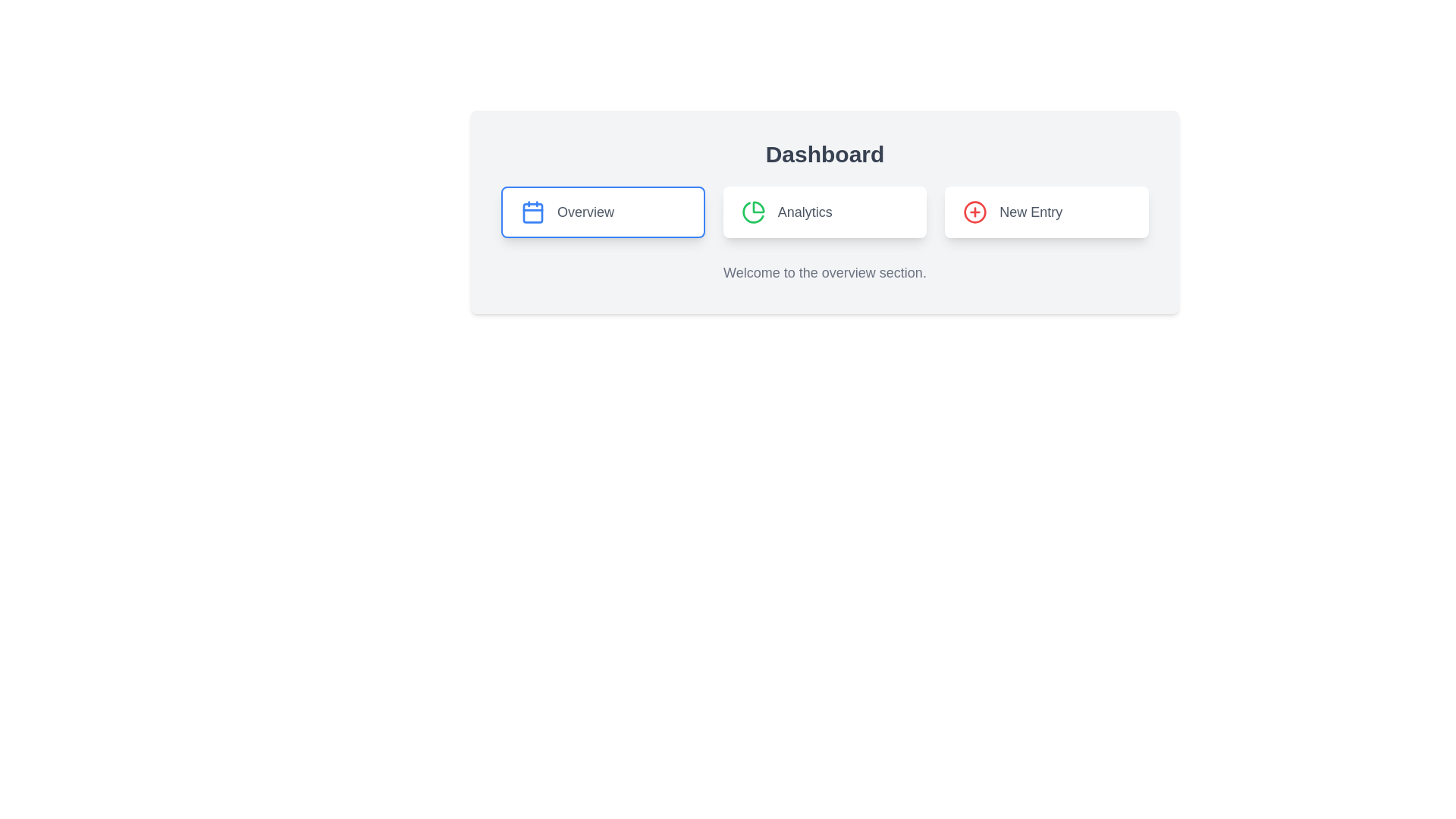  Describe the element at coordinates (753, 212) in the screenshot. I see `the green pie chart icon within the 'Analytics' button, located under the 'Dashboard' title, between the 'Overview' and 'New Entry' buttons` at that location.